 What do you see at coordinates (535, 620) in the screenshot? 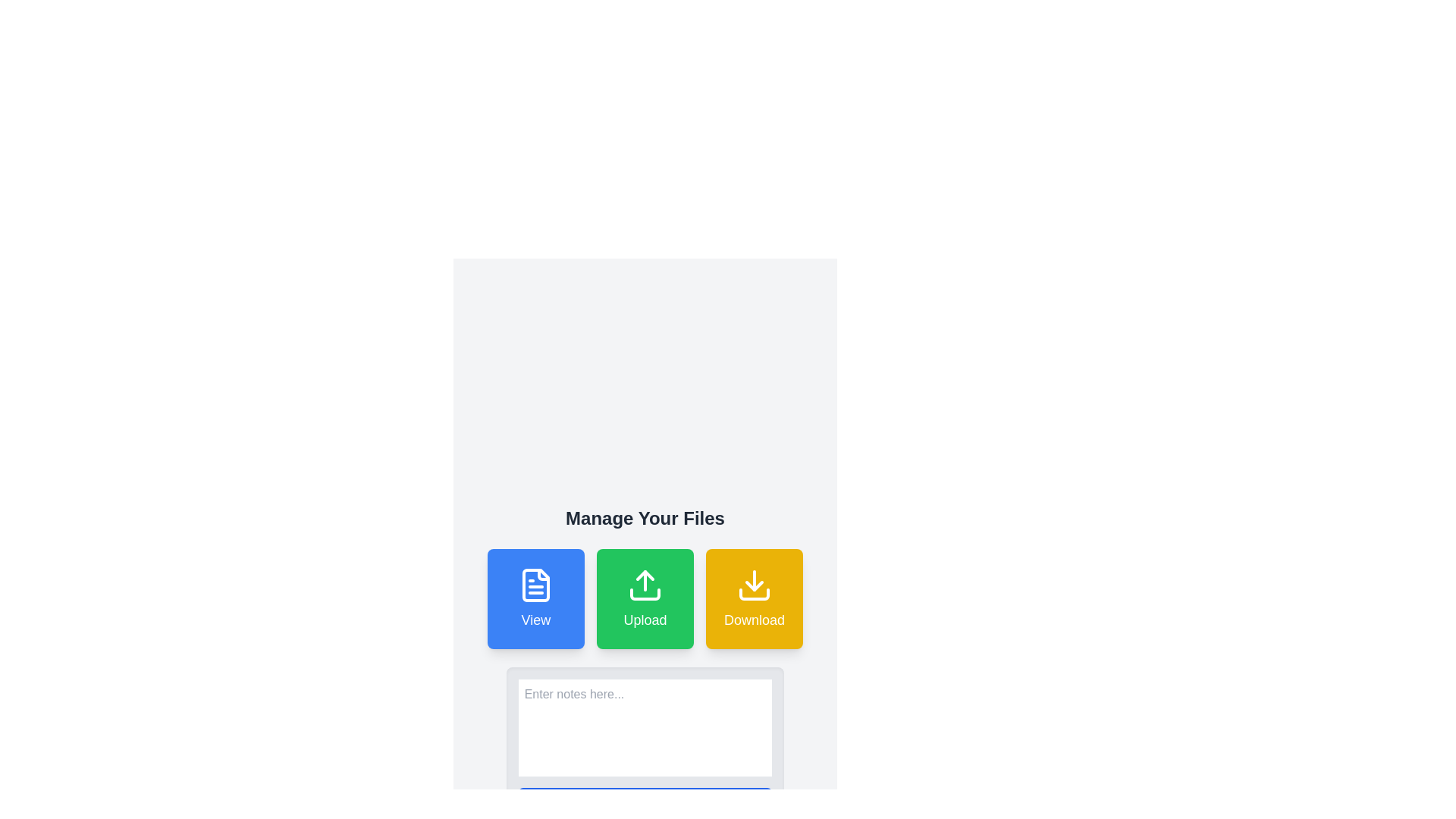
I see `the button labeled 'View' which is a text label element displaying the word 'View' in bold on a blue background, located under a document icon and aligned with 'Upload' and 'Download' buttons` at bounding box center [535, 620].